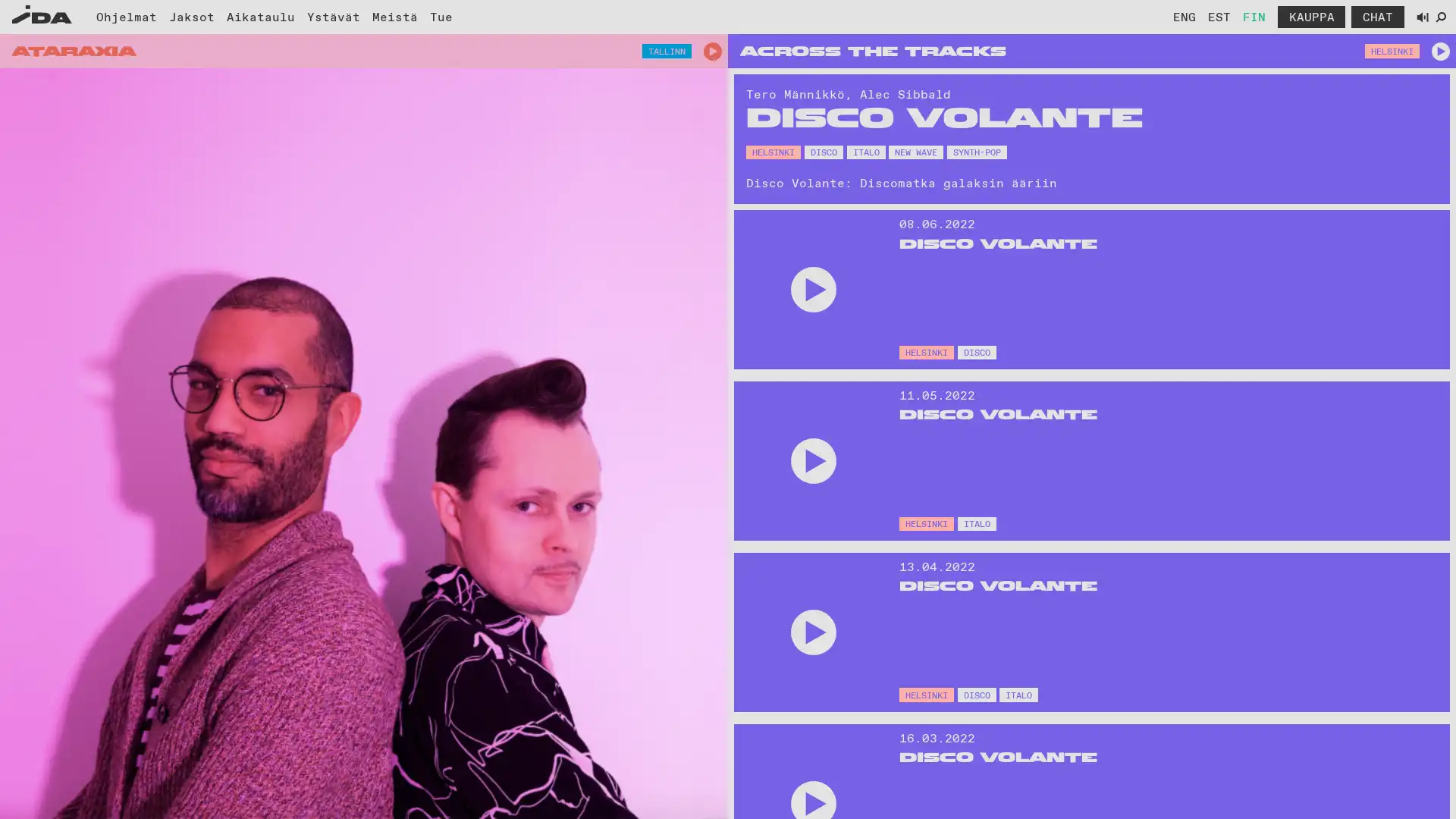  Describe the element at coordinates (1378, 17) in the screenshot. I see `Avaa chat` at that location.